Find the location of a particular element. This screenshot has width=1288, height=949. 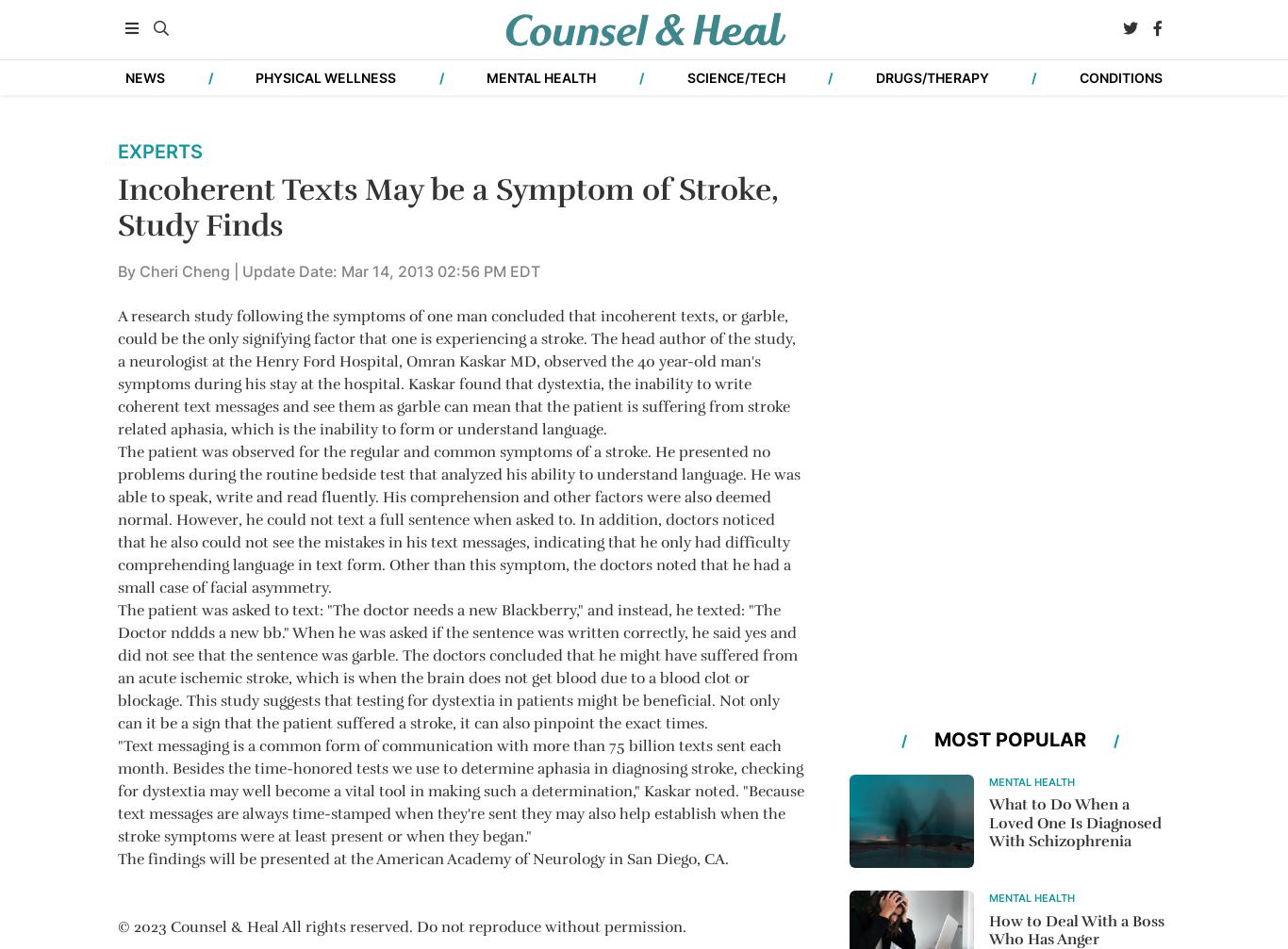

'Scientists Develop Blood Test for Mental Health Issues' is located at coordinates (272, 399).